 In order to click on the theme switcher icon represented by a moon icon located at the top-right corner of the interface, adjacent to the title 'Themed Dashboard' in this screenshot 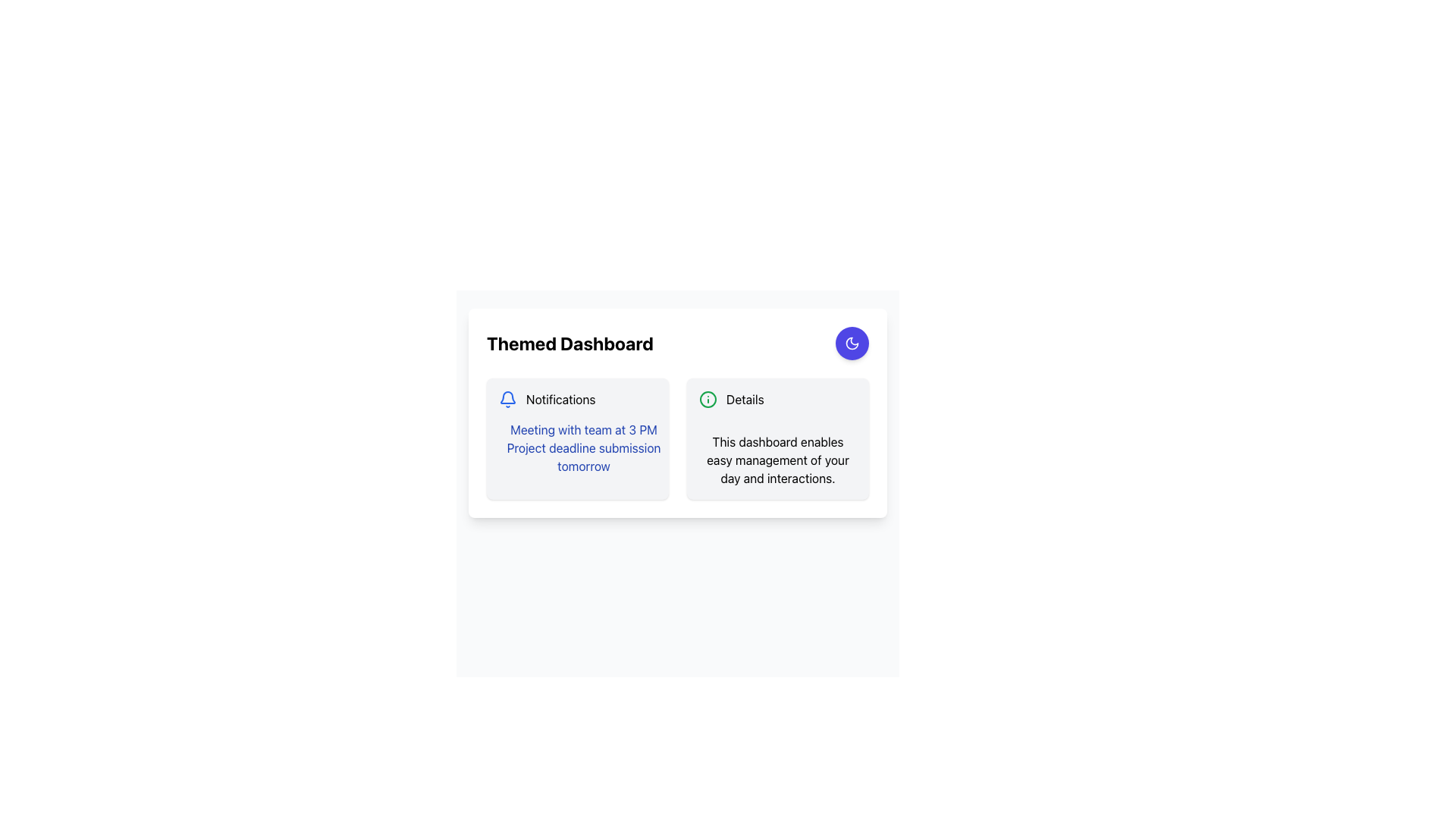, I will do `click(852, 343)`.